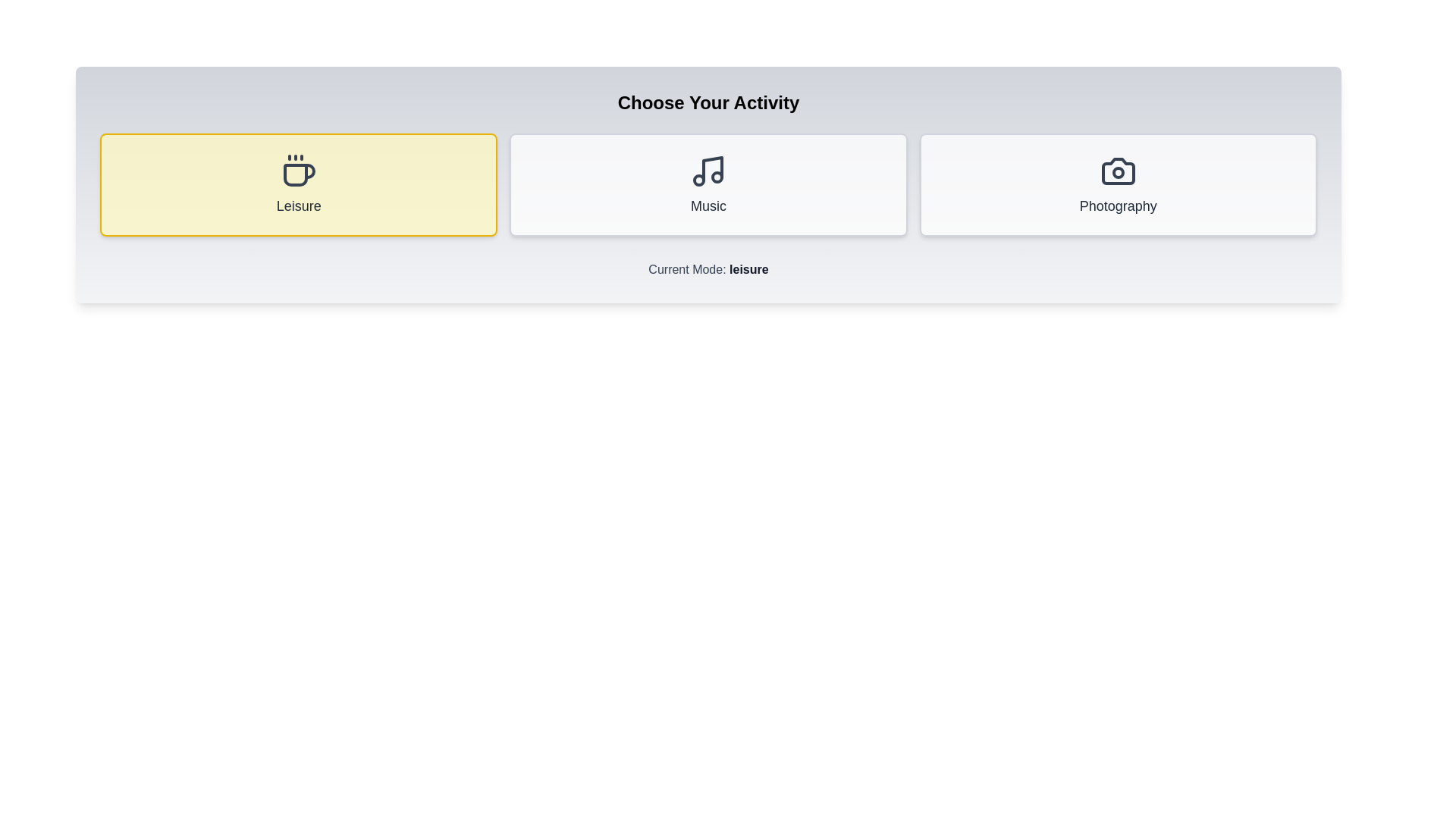 The width and height of the screenshot is (1456, 819). Describe the element at coordinates (298, 184) in the screenshot. I see `the 'Leisure' button` at that location.